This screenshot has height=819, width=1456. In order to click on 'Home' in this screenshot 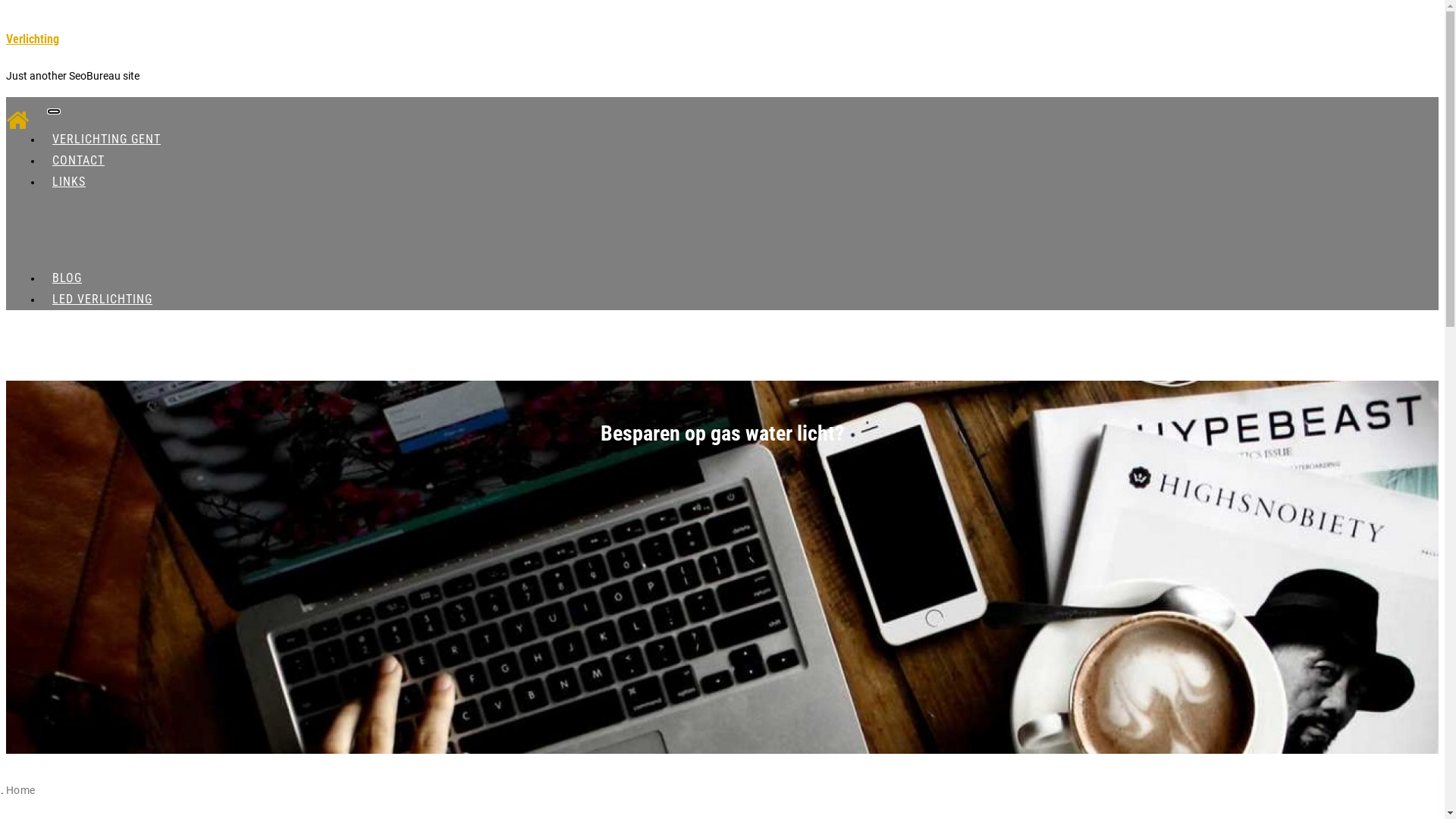, I will do `click(20, 789)`.